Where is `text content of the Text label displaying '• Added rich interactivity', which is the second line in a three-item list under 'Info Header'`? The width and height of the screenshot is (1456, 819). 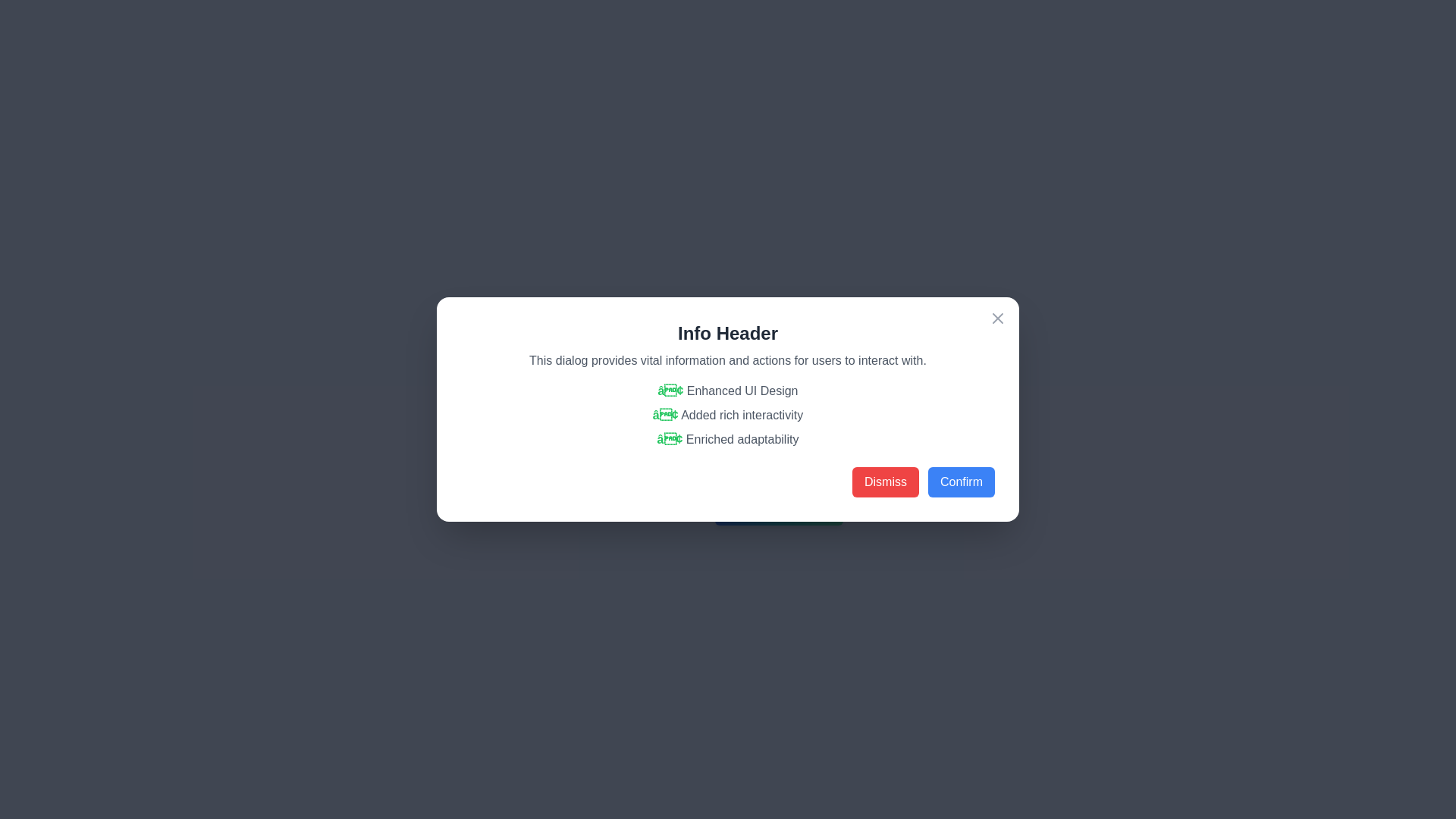 text content of the Text label displaying '• Added rich interactivity', which is the second line in a three-item list under 'Info Header' is located at coordinates (728, 415).